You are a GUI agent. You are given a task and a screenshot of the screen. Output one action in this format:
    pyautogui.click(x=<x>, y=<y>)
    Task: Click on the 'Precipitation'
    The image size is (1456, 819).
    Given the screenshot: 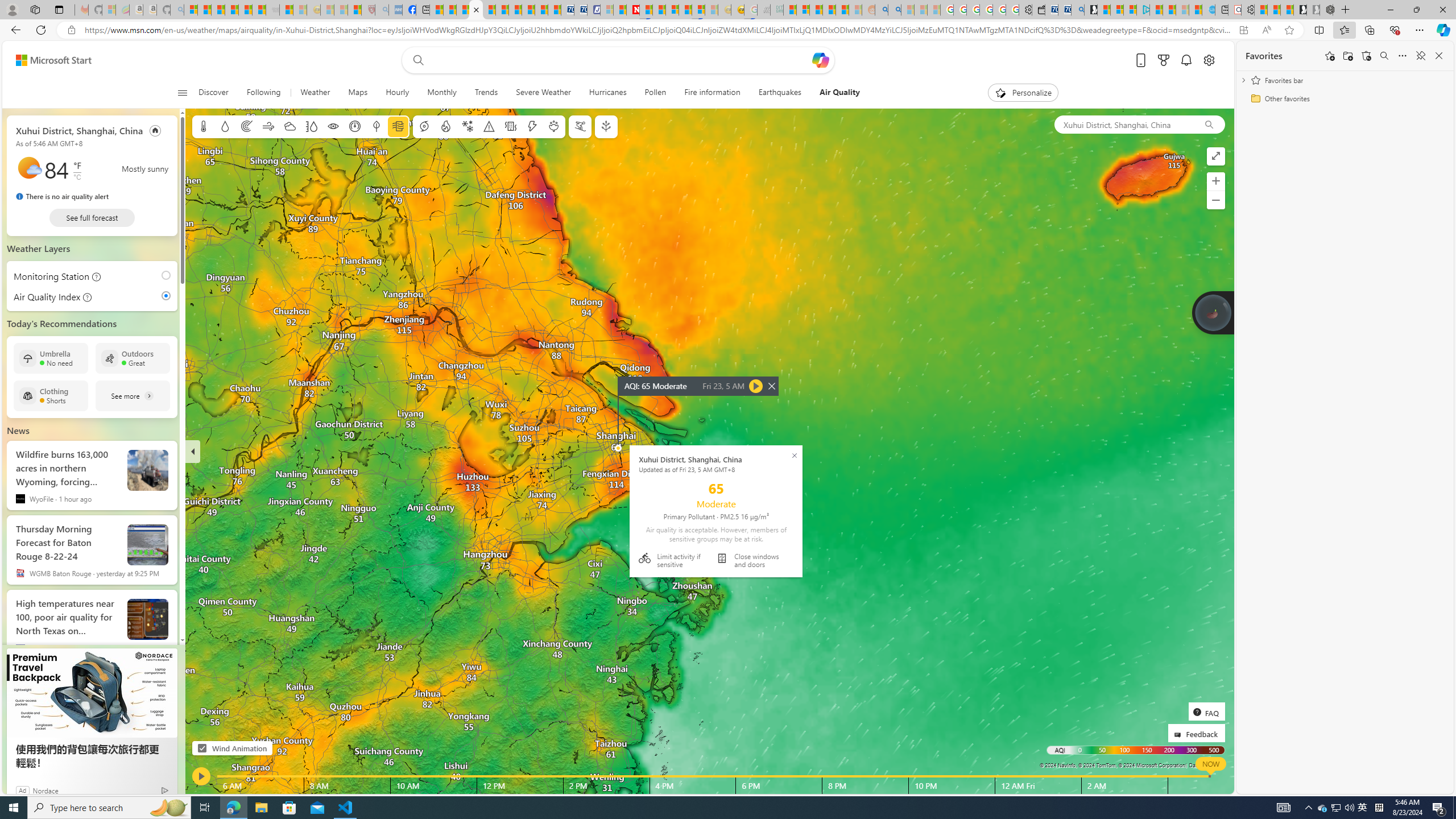 What is the action you would take?
    pyautogui.click(x=225, y=126)
    